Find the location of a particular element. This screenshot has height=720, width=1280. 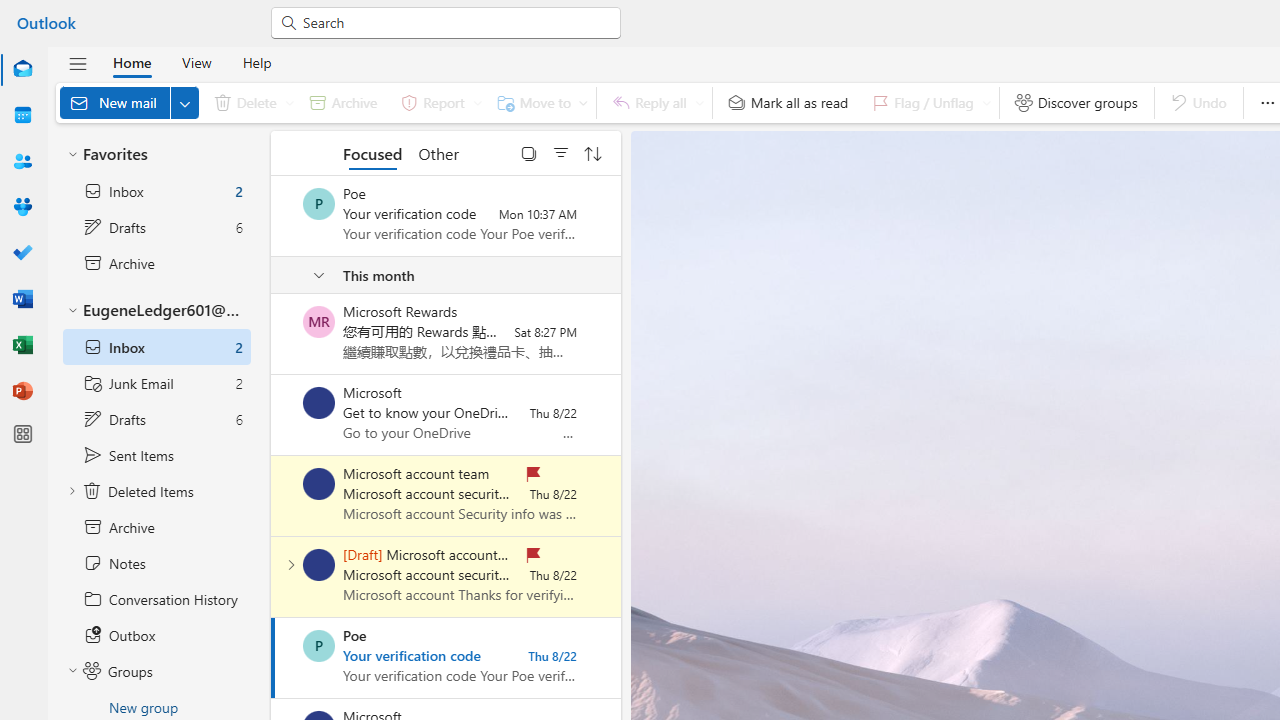

'View' is located at coordinates (196, 61).